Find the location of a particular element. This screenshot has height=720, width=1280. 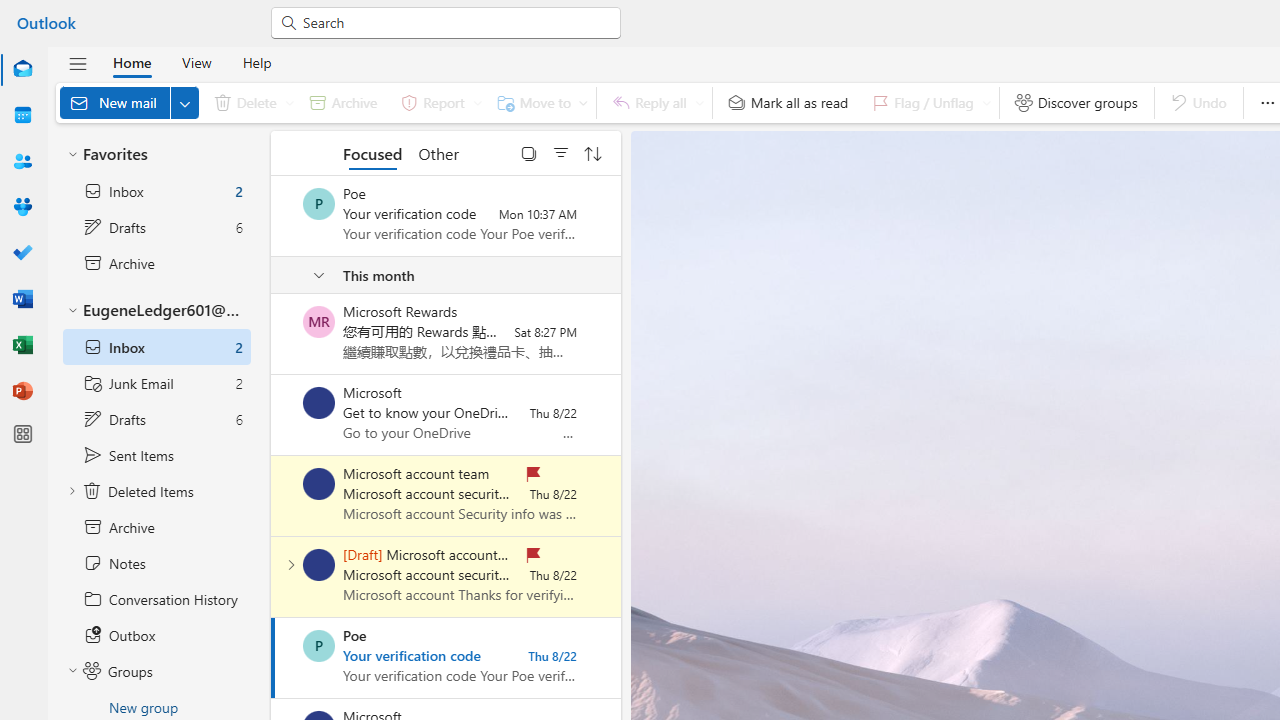

'View' is located at coordinates (196, 61).